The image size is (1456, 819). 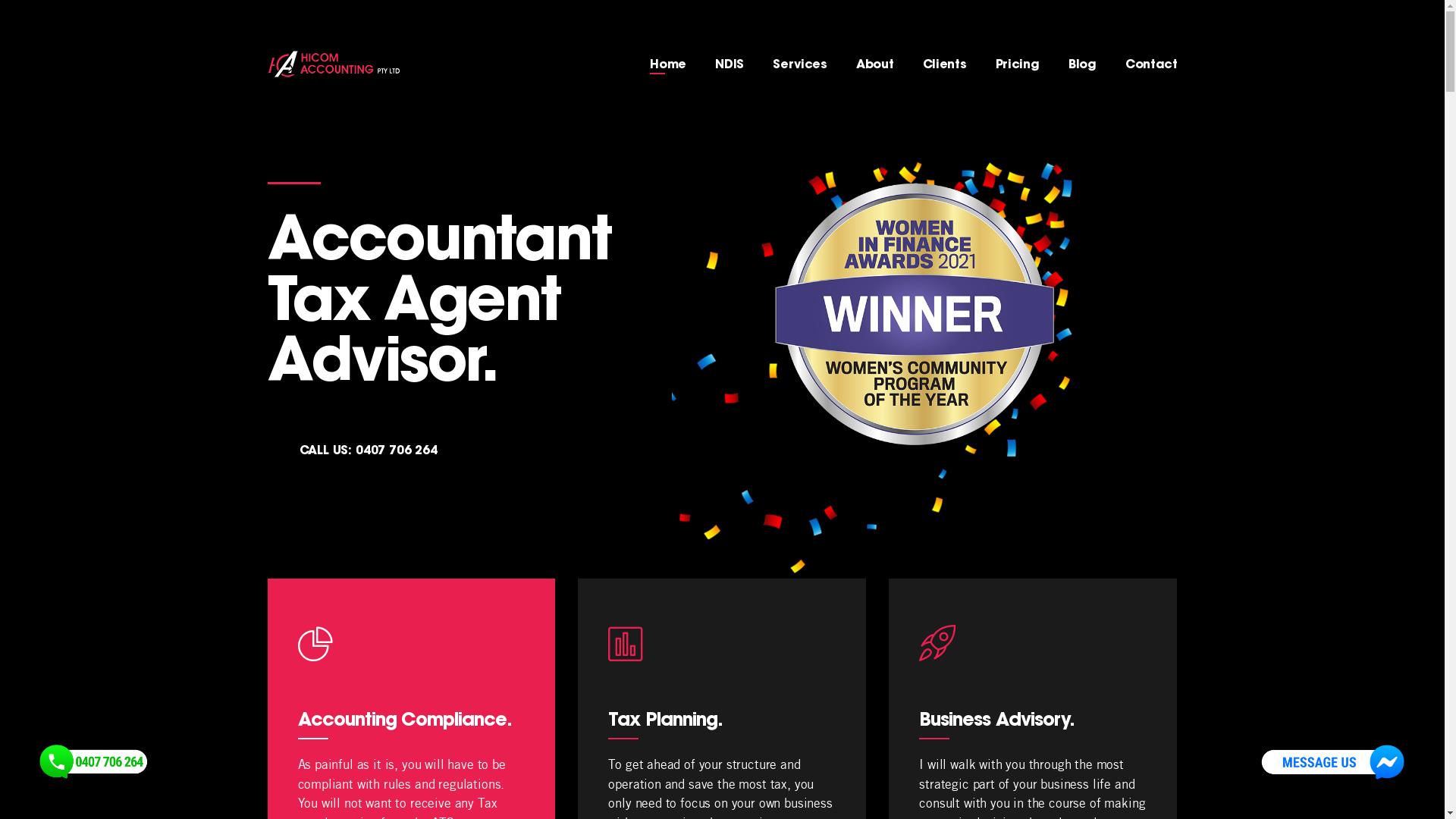 What do you see at coordinates (714, 64) in the screenshot?
I see `'NDIS'` at bounding box center [714, 64].